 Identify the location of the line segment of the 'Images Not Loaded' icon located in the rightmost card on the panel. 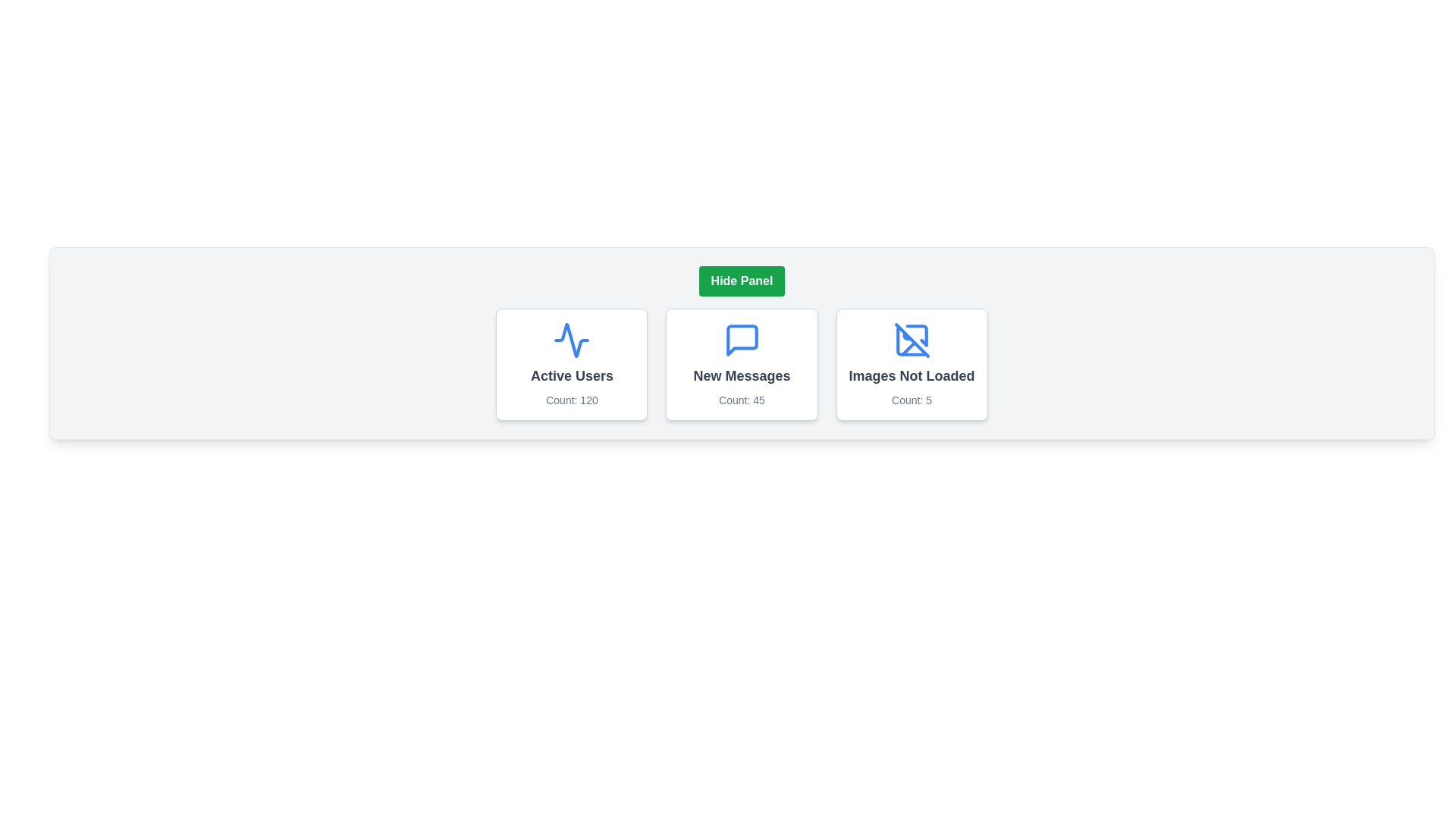
(908, 348).